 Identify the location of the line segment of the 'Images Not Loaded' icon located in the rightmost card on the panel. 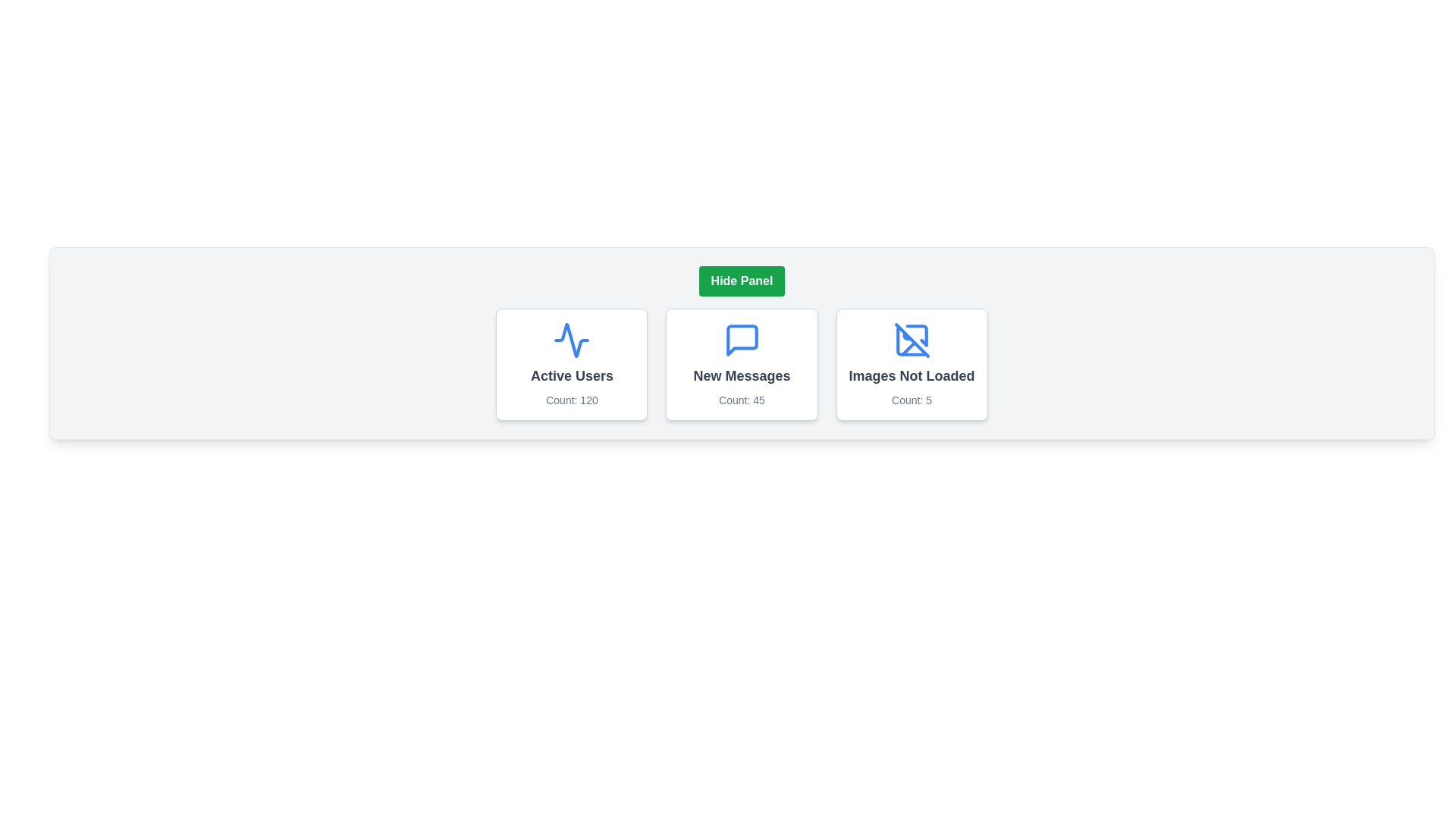
(908, 348).